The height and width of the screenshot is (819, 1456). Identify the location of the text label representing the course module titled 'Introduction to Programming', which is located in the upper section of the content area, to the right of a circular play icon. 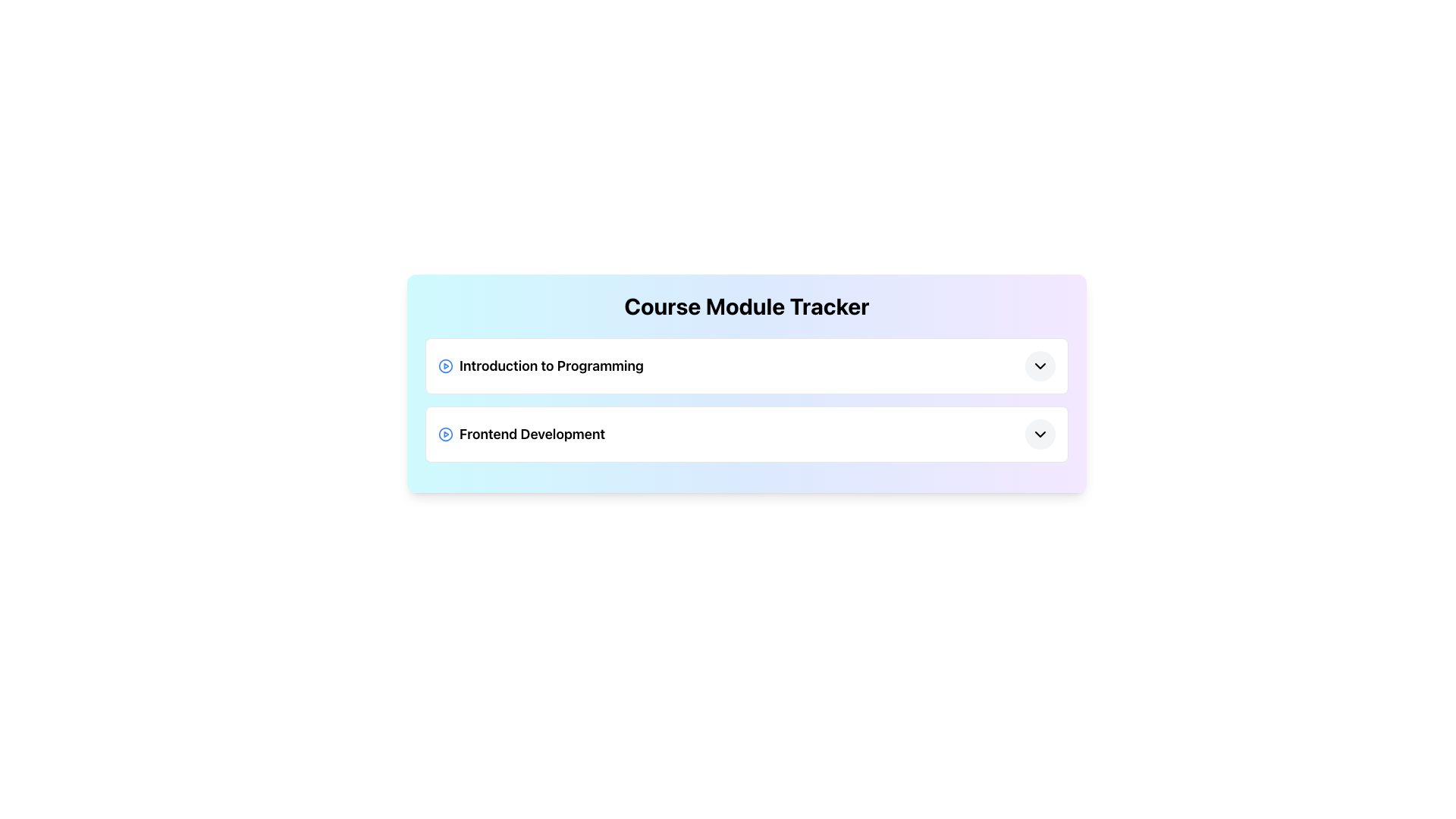
(541, 366).